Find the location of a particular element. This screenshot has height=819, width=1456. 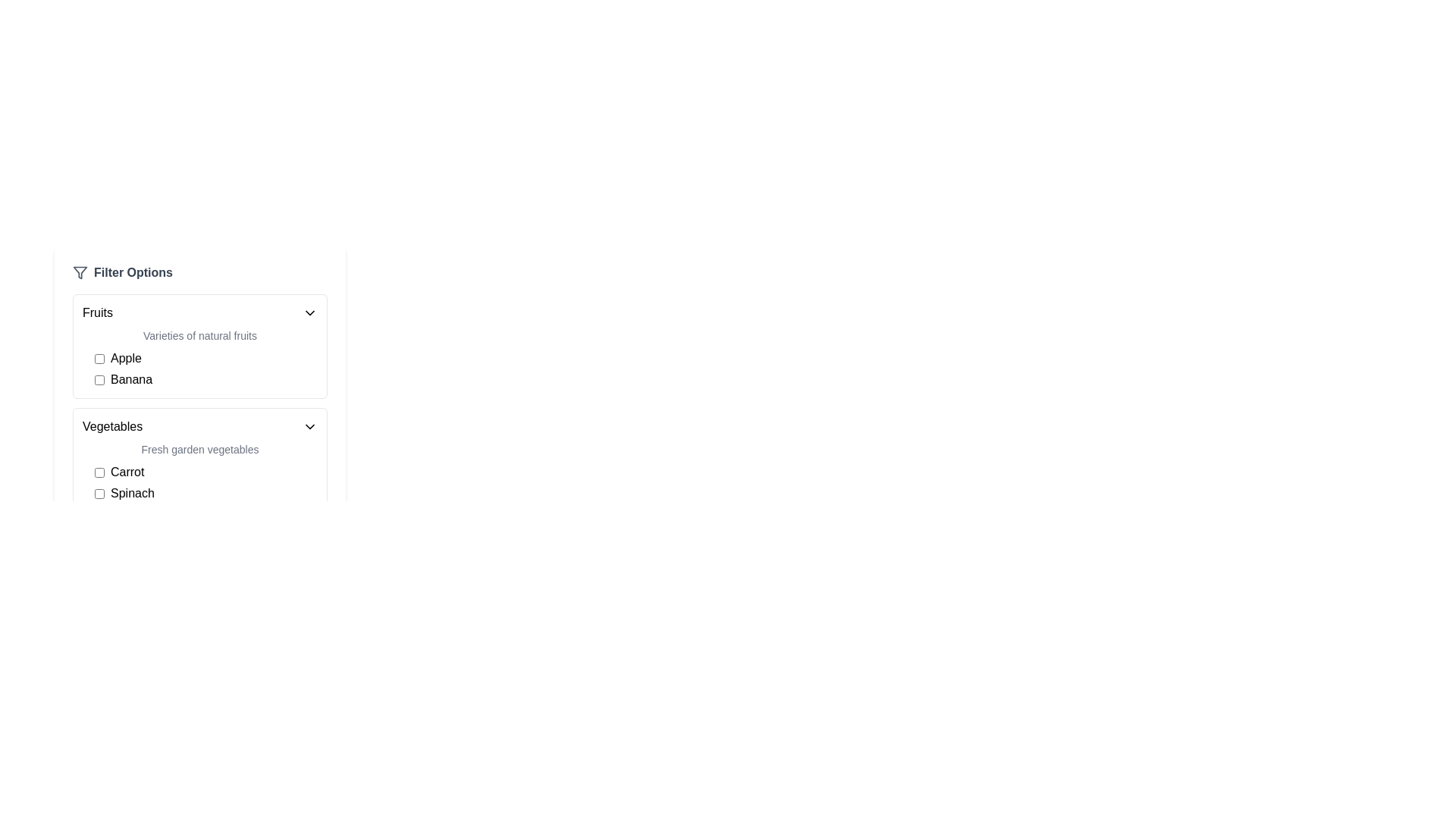

the 'Carrot' checkbox in the 'Vegetables' section to deselect it is located at coordinates (99, 472).